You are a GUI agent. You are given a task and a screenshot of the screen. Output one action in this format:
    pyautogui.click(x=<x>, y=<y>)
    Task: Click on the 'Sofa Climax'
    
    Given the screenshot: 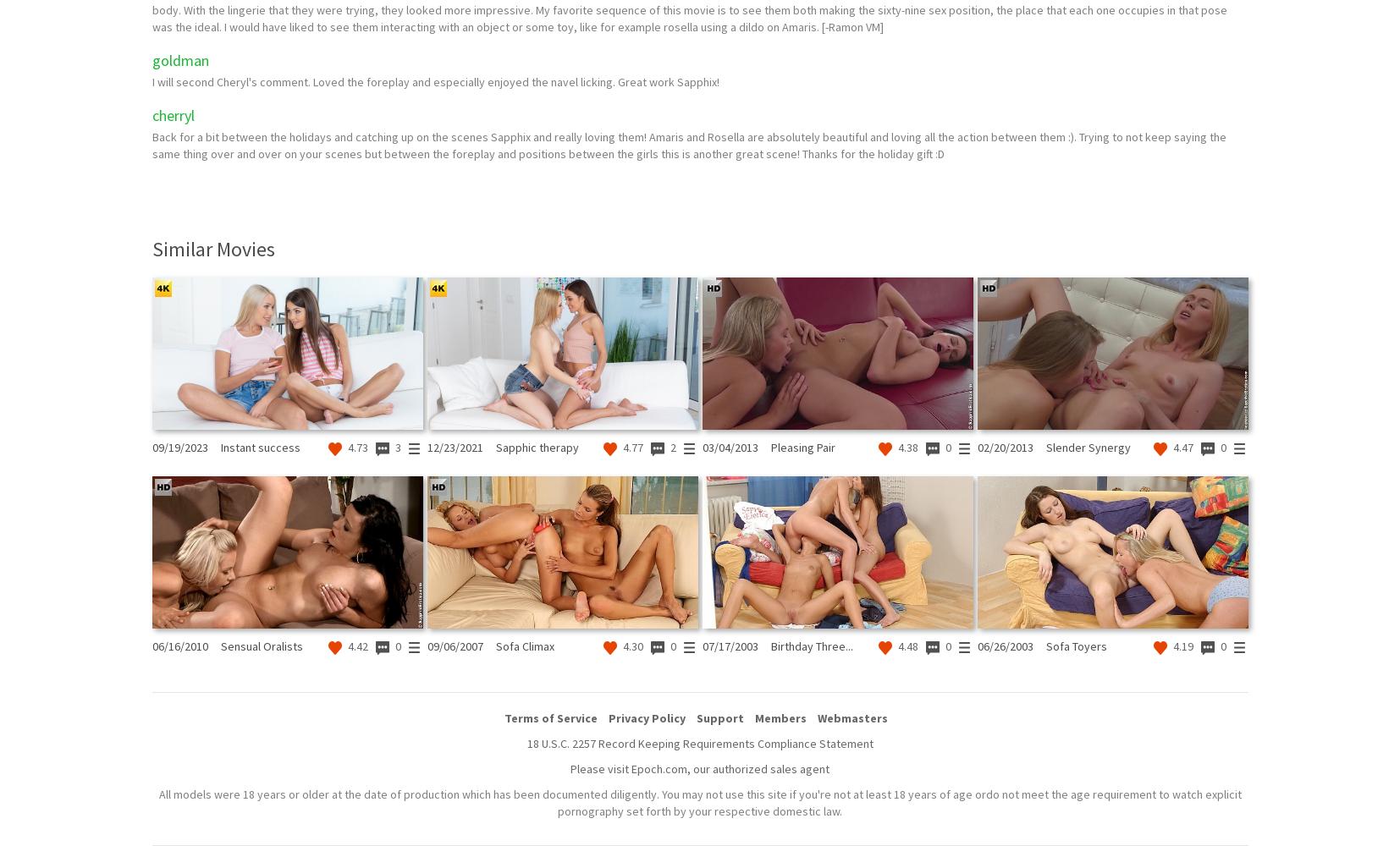 What is the action you would take?
    pyautogui.click(x=524, y=646)
    